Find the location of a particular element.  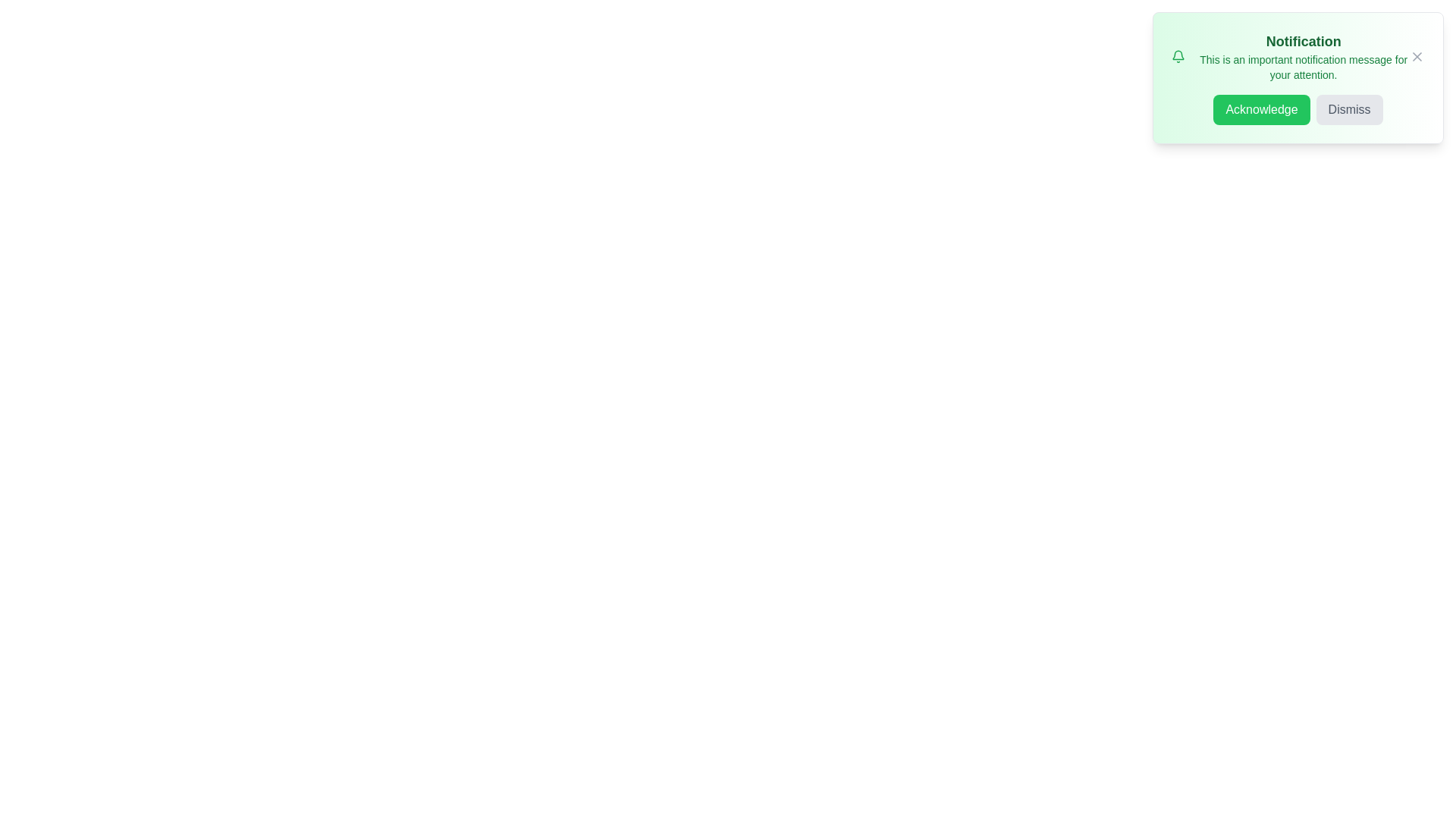

the notification icon represented by the bell is located at coordinates (1178, 55).